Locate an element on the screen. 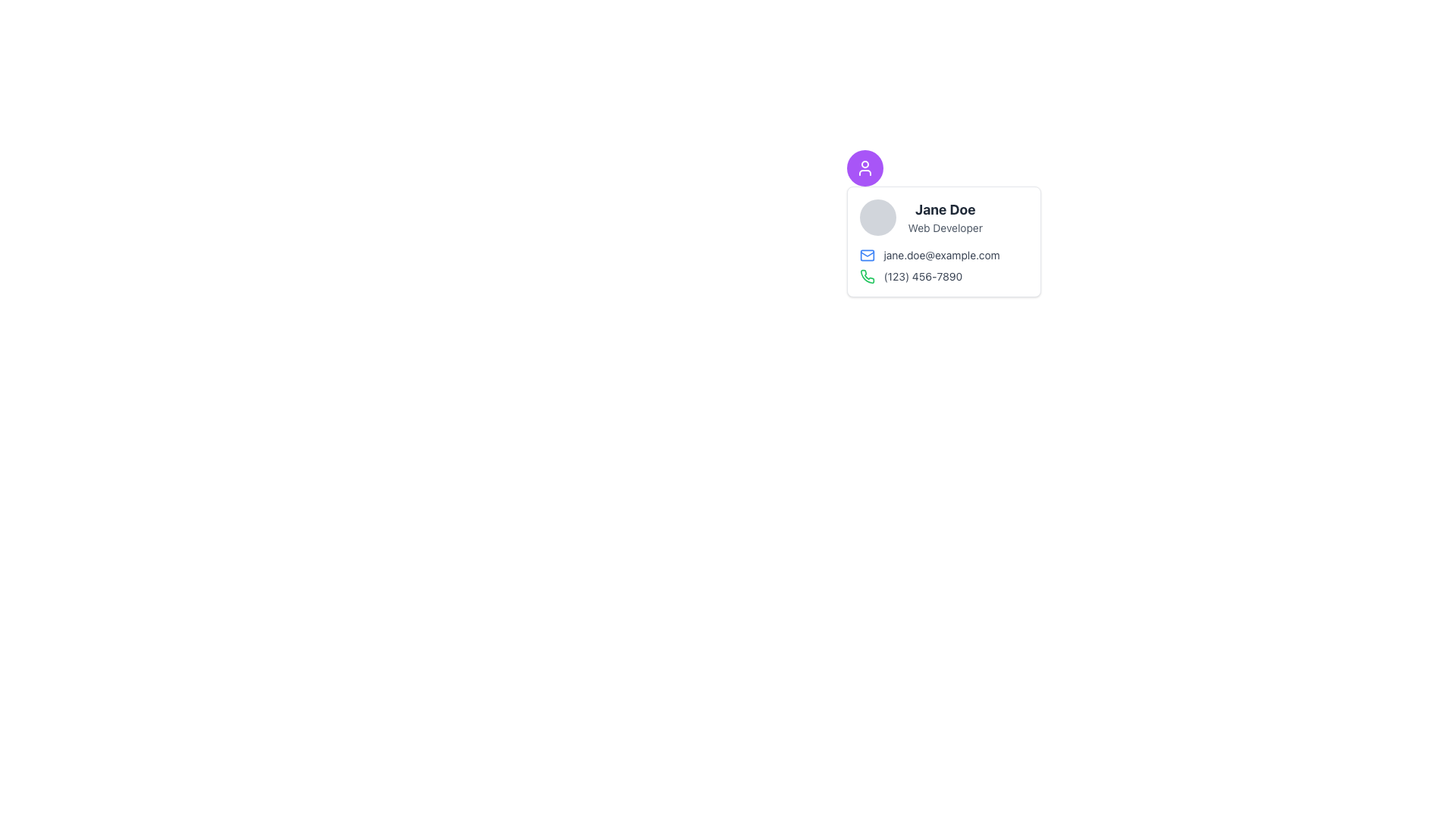 The width and height of the screenshot is (1456, 819). the email address text displayed in the middle area of the card section, next to the envelope icon, and copy it is located at coordinates (941, 254).